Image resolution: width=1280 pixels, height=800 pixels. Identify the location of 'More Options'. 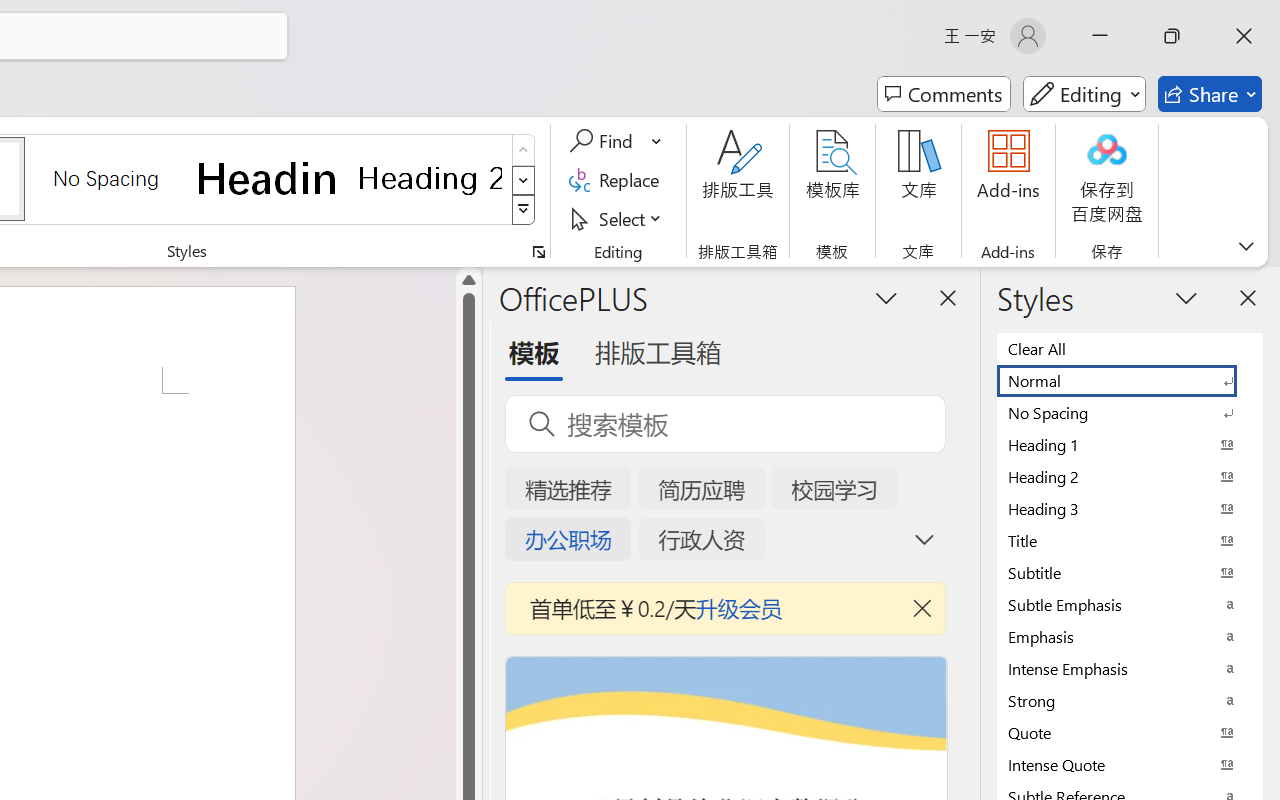
(657, 141).